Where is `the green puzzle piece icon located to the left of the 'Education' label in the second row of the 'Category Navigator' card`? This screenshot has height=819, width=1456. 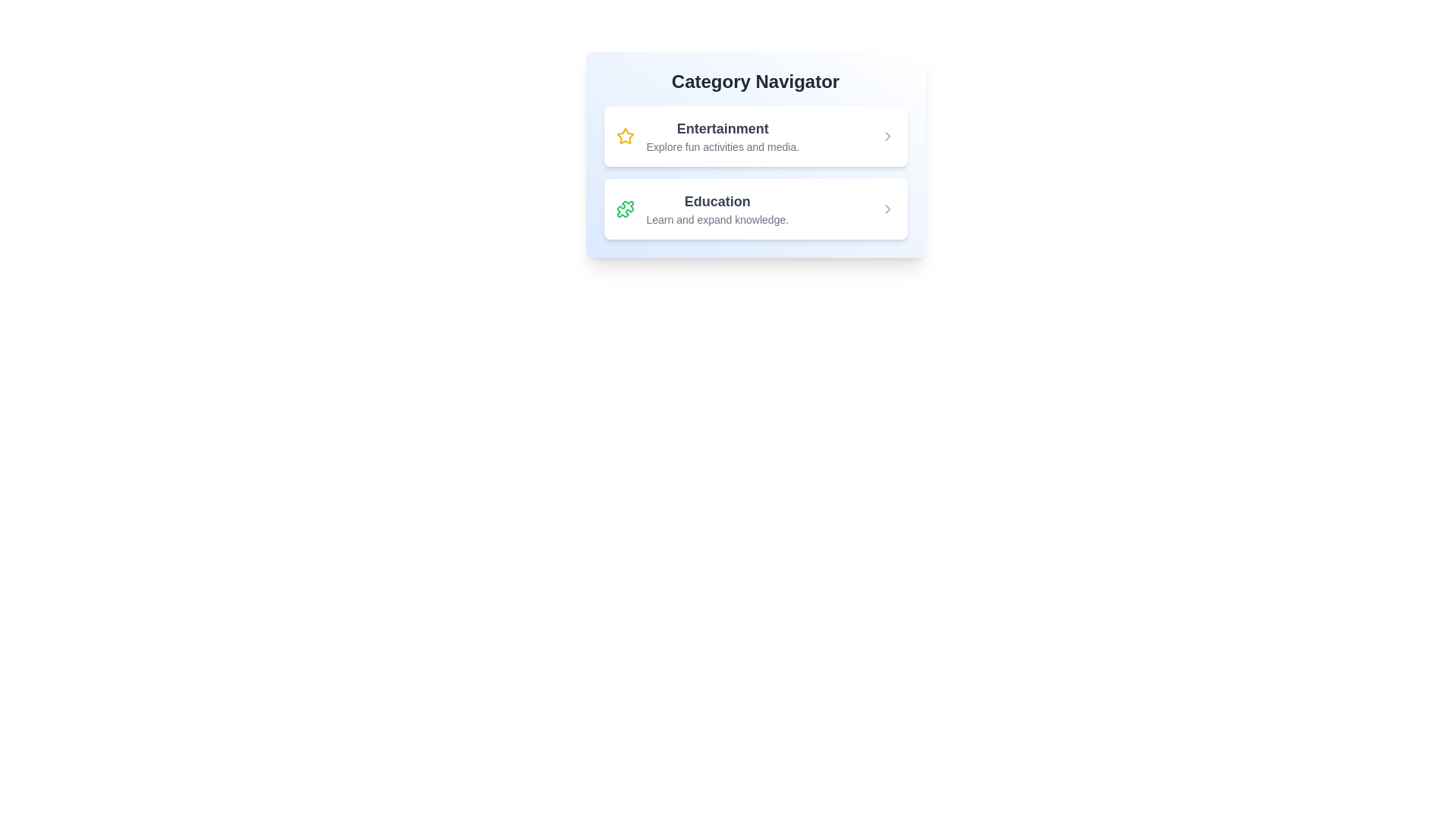 the green puzzle piece icon located to the left of the 'Education' label in the second row of the 'Category Navigator' card is located at coordinates (625, 209).